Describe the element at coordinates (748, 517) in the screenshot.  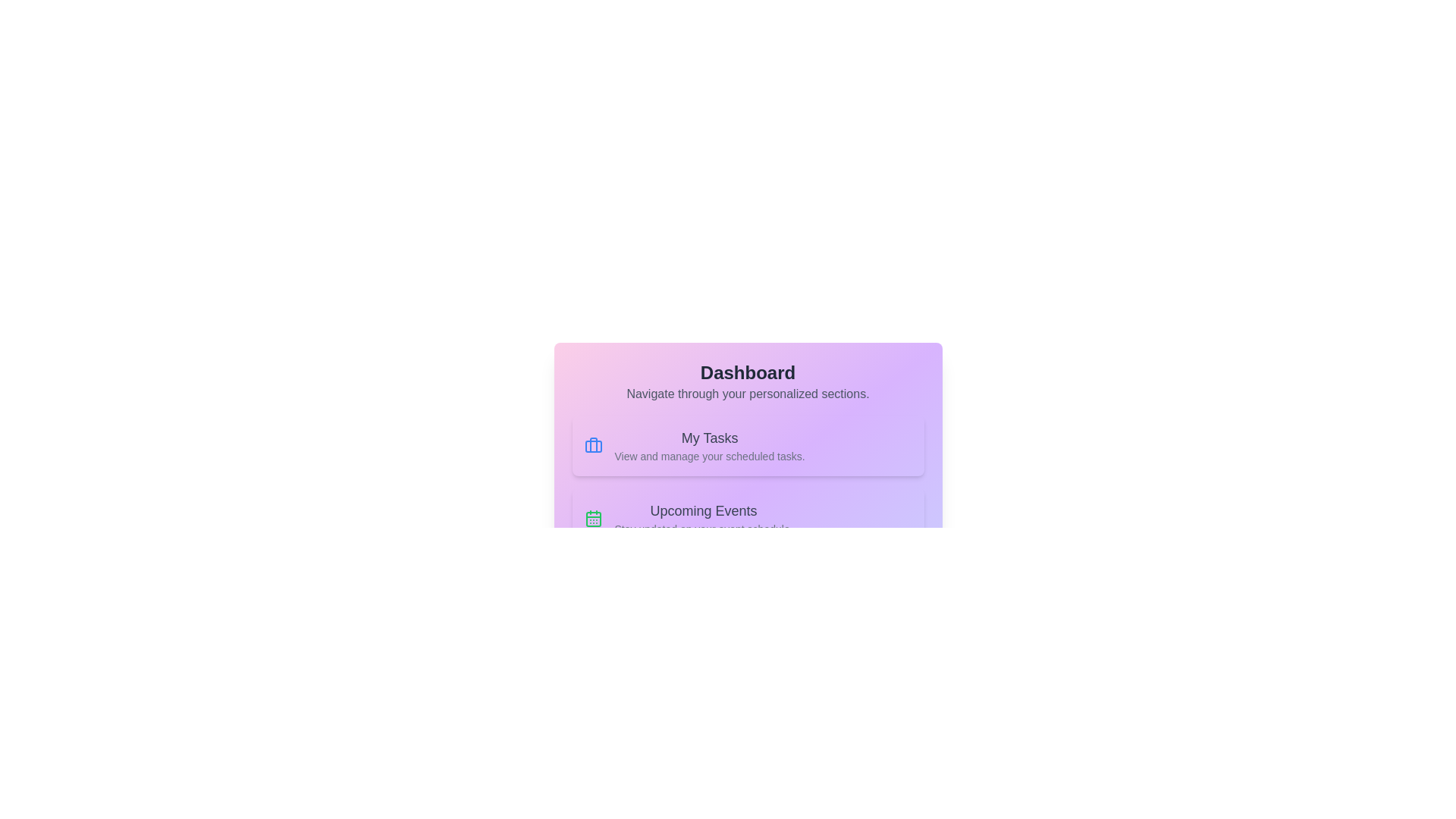
I see `the section corresponding to Upcoming Events` at that location.